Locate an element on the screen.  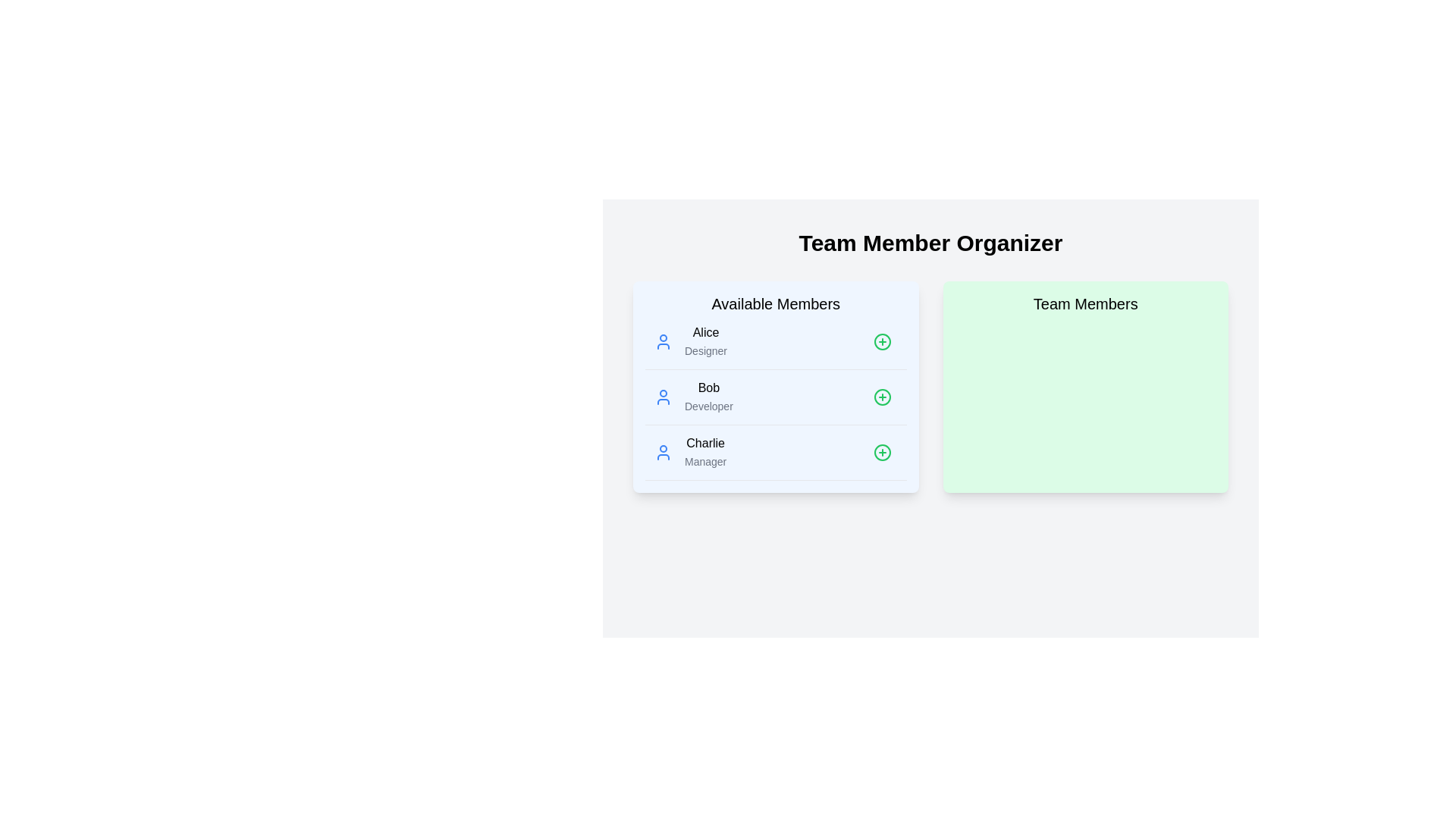
the icons in the 'Available Members' list item, specifically in the second row, which displays the member's details below 'Alice Designer' and above 'Charlie Manager' is located at coordinates (776, 386).